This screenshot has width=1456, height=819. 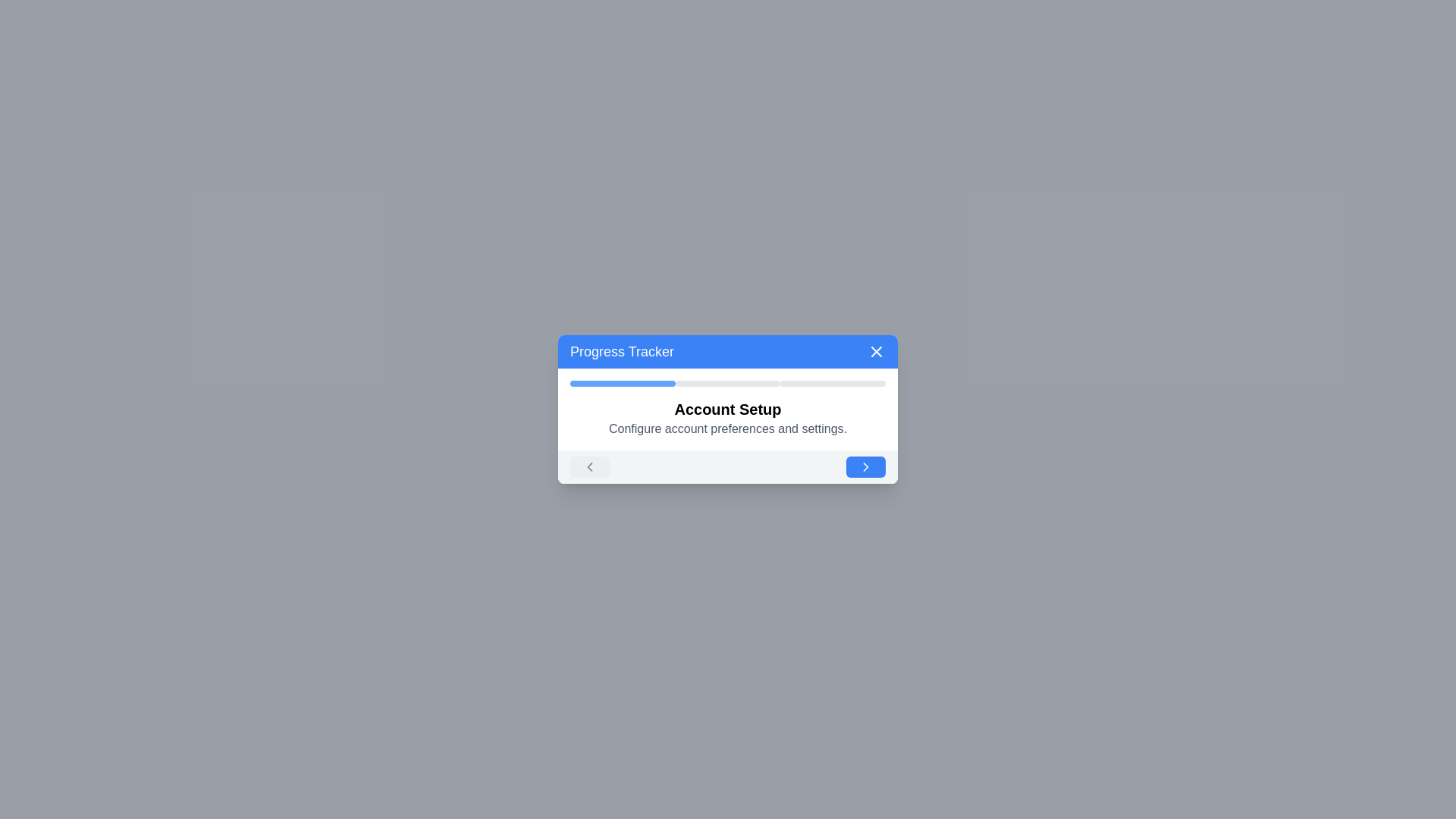 I want to click on the Progress bar located at the top of the 'Progress Tracker' modal dialog box, which visually represents the progress of a multi-step process, so click(x=728, y=382).